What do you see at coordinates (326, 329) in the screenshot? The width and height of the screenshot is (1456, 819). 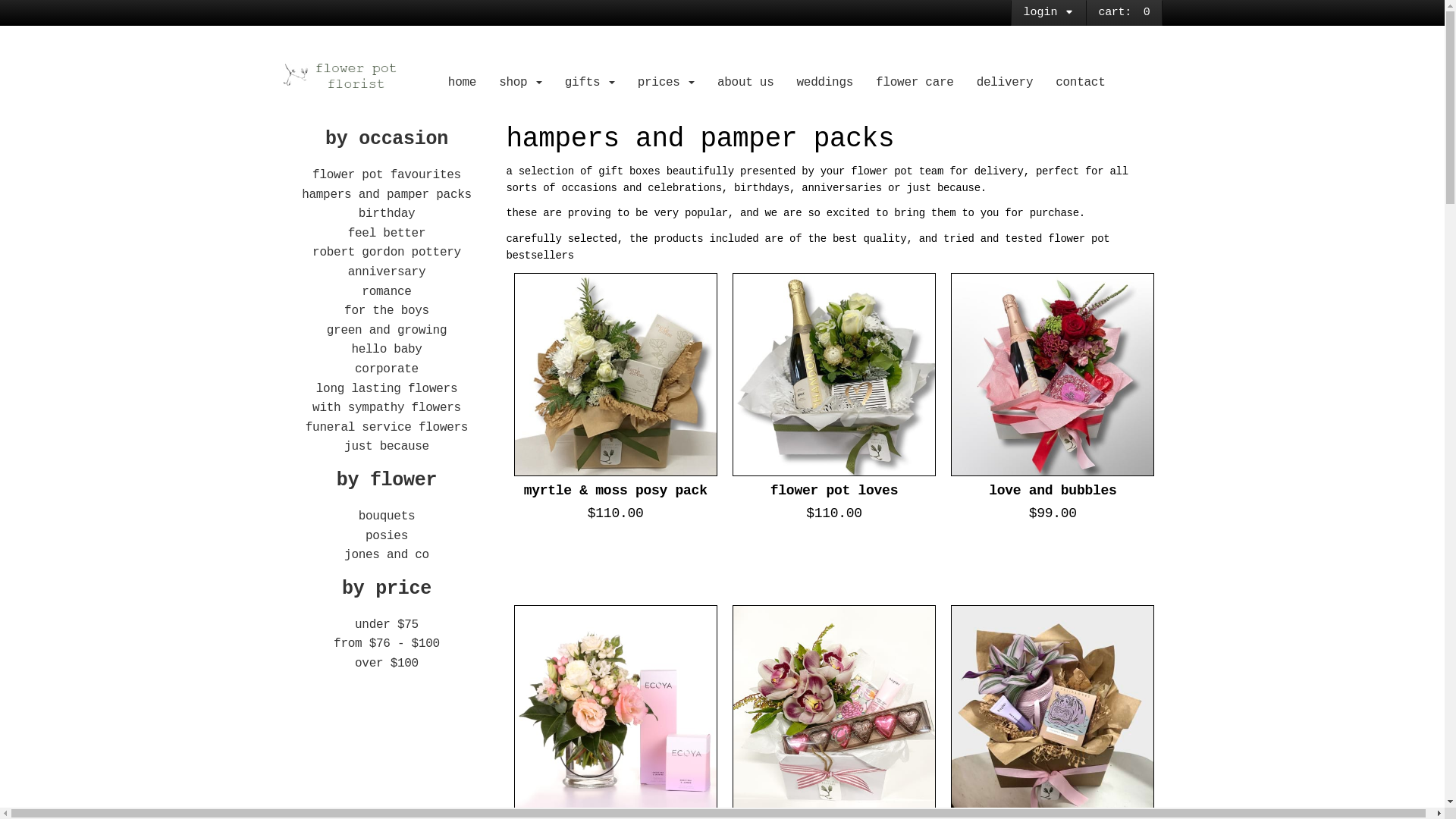 I see `'green and growing'` at bounding box center [326, 329].